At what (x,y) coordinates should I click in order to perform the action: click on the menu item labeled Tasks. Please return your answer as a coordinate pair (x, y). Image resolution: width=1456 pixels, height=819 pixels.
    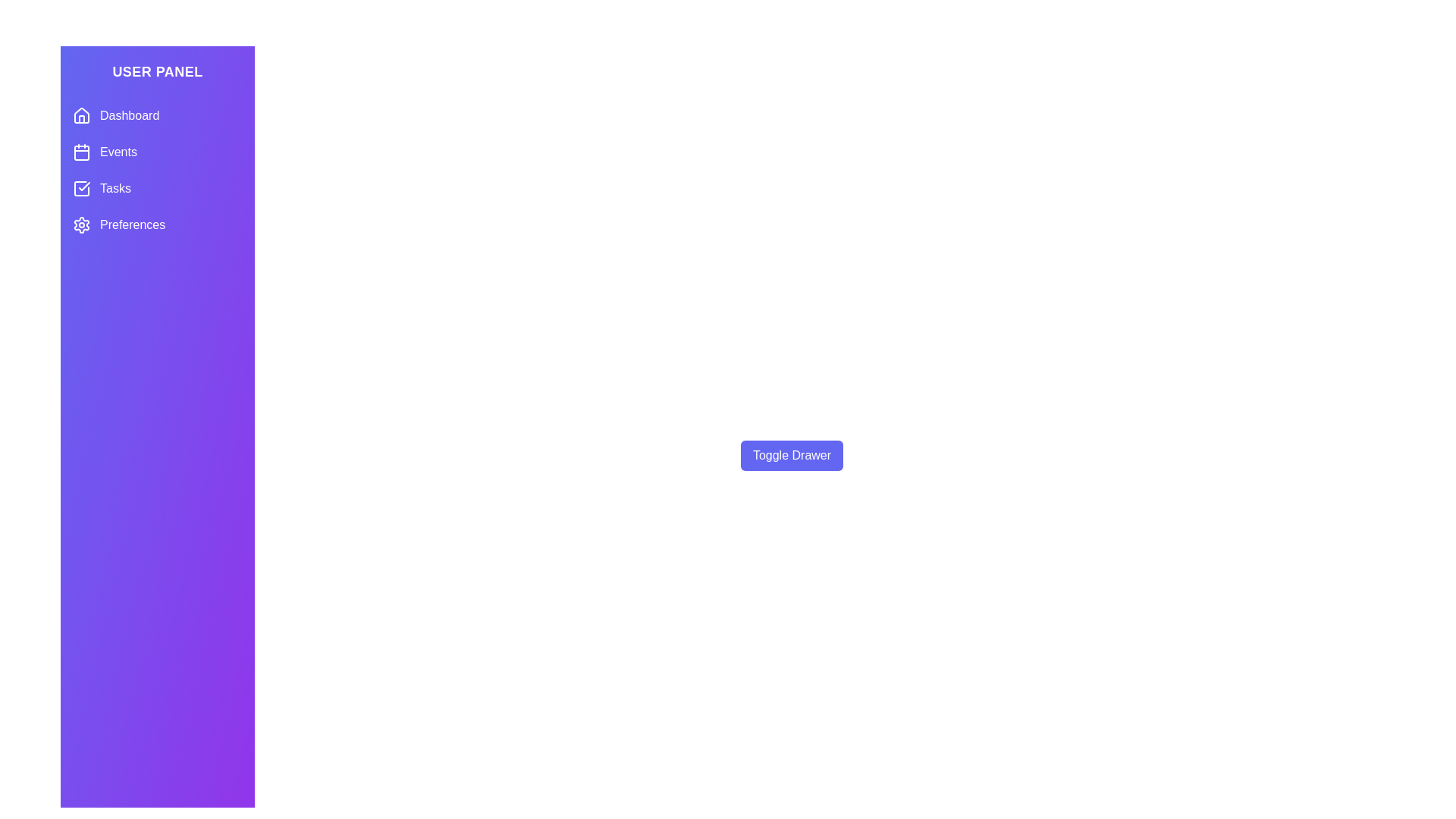
    Looking at the image, I should click on (157, 188).